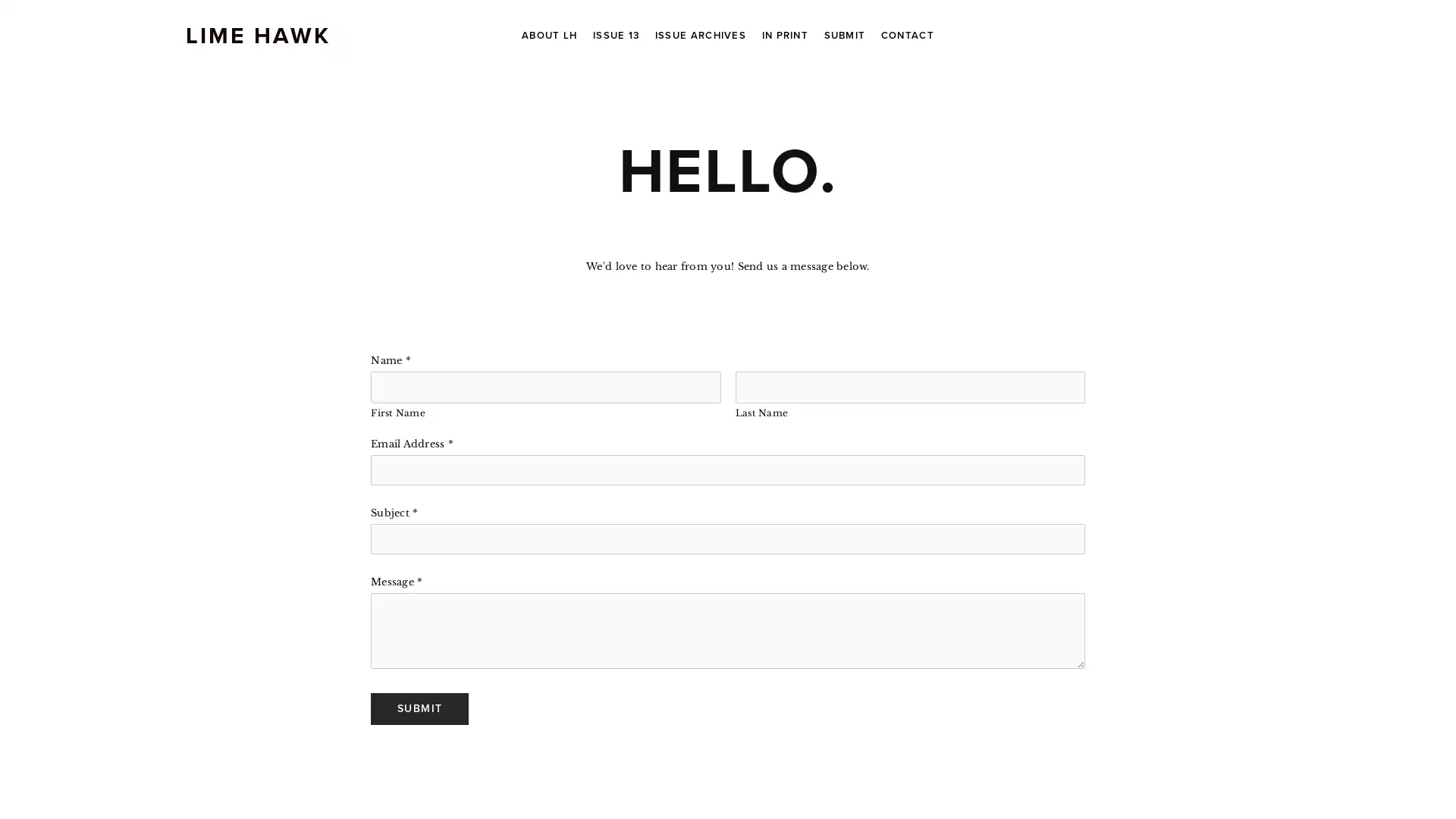 The width and height of the screenshot is (1456, 819). I want to click on Submit, so click(419, 708).